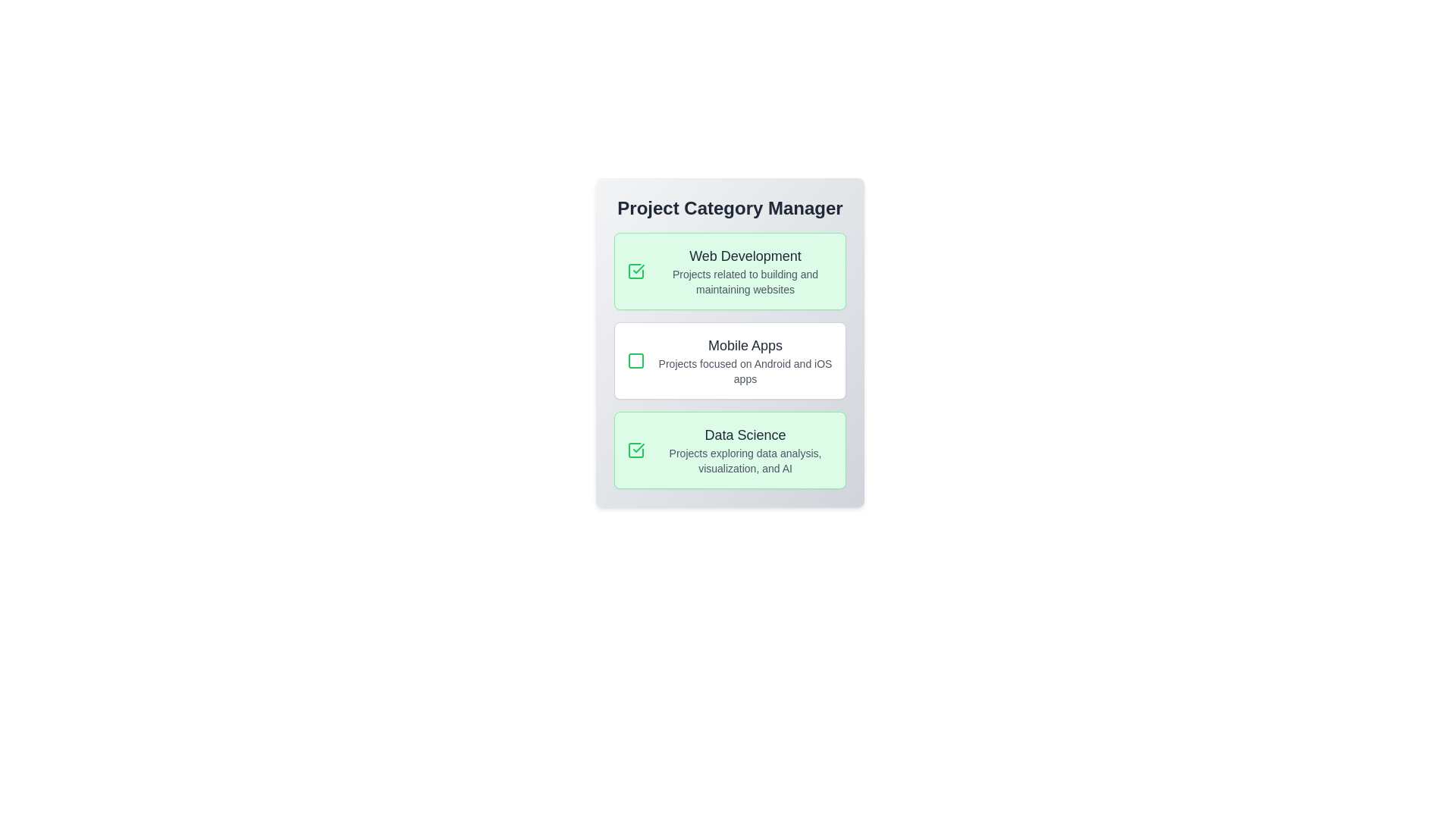  I want to click on the 'Data Science' text label, which is styled with medium-weight black text and is located at the top of a green rectangular section in the 'Project Category Manager' interface, so click(745, 435).